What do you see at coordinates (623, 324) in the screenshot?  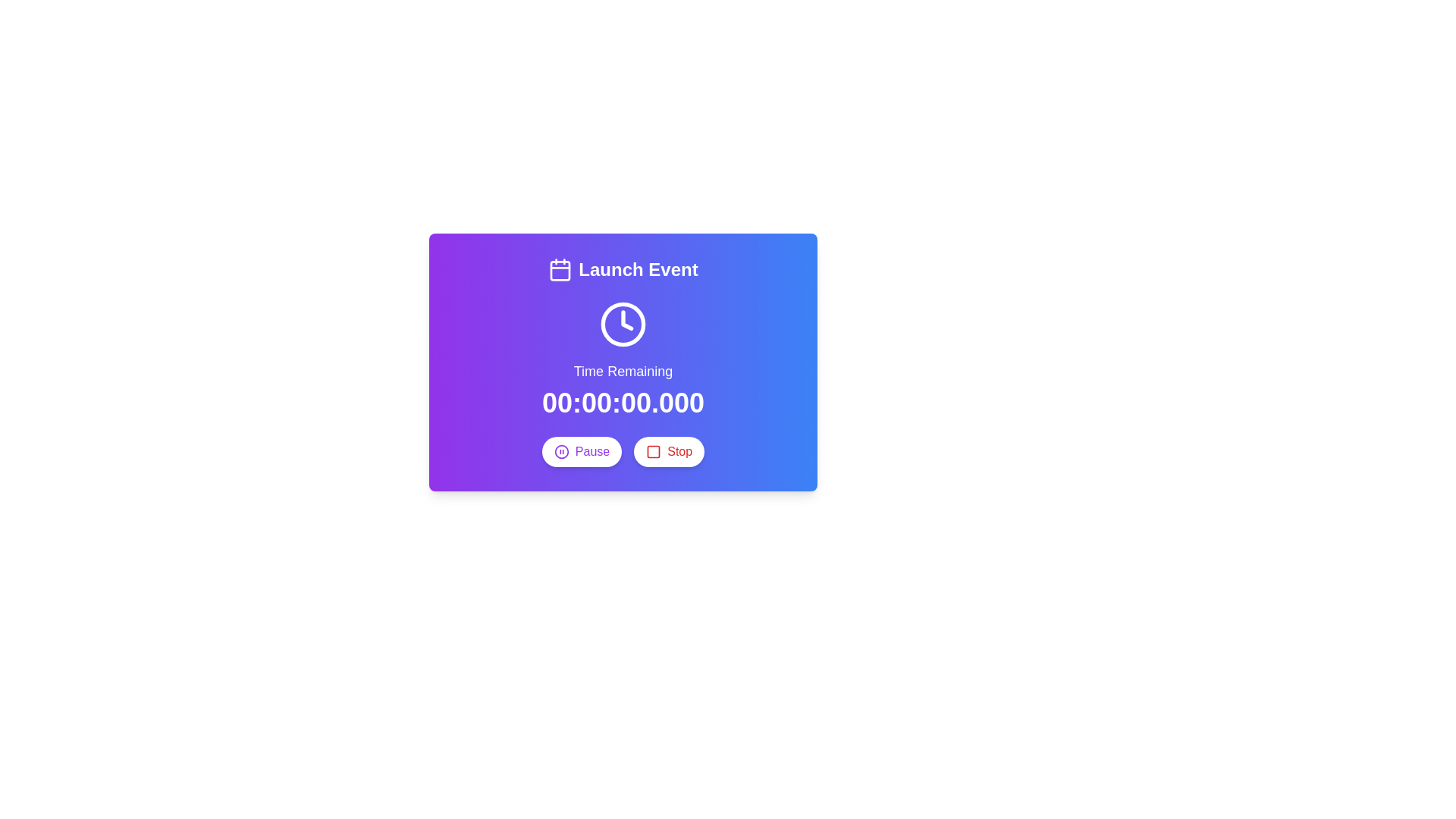 I see `the clock icon, which serves as a graphical representation of time-related functionality, located below the 'Launch Event' title and above the timer display` at bounding box center [623, 324].